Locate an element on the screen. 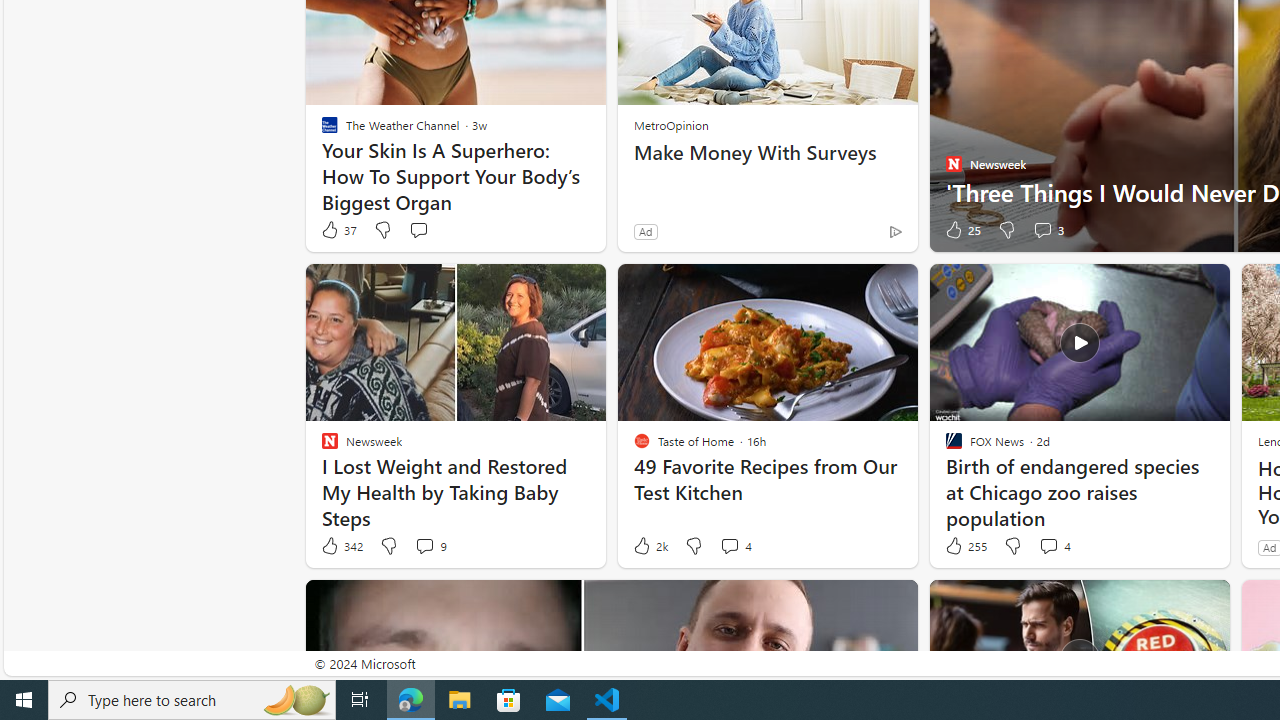  '2k Like' is located at coordinates (649, 546).